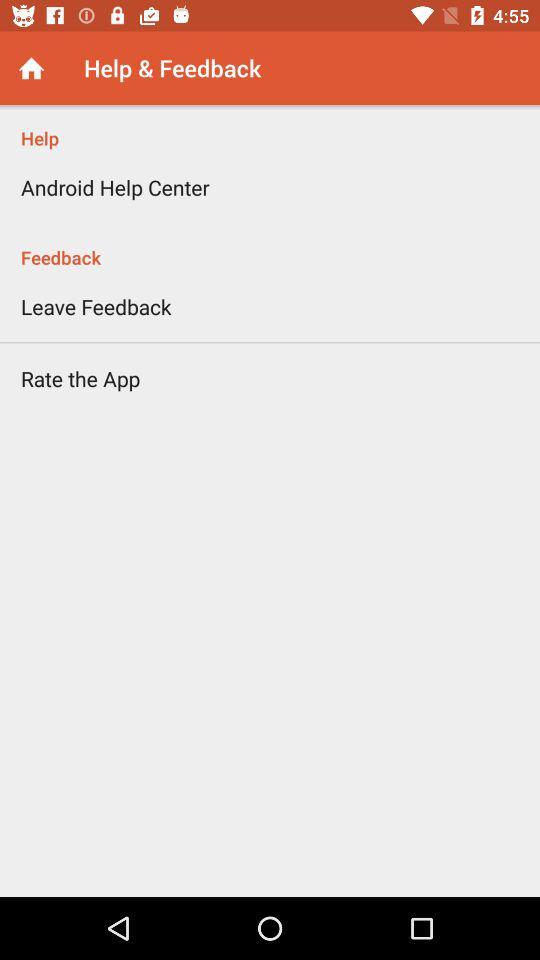 The height and width of the screenshot is (960, 540). I want to click on the leave feedback icon, so click(95, 306).